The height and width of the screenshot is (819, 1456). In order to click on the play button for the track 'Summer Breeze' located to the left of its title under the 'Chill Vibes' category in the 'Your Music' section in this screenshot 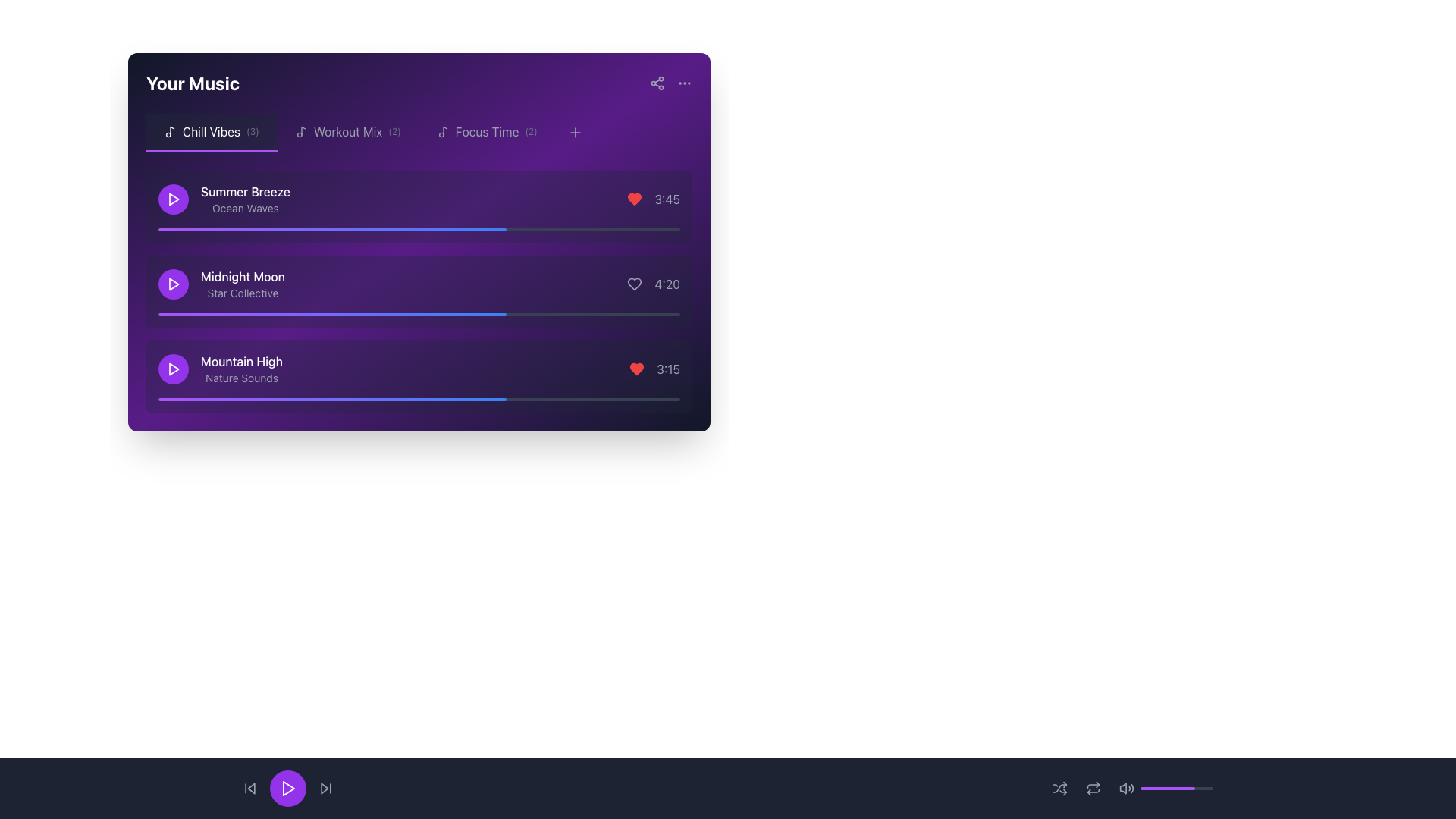, I will do `click(174, 198)`.